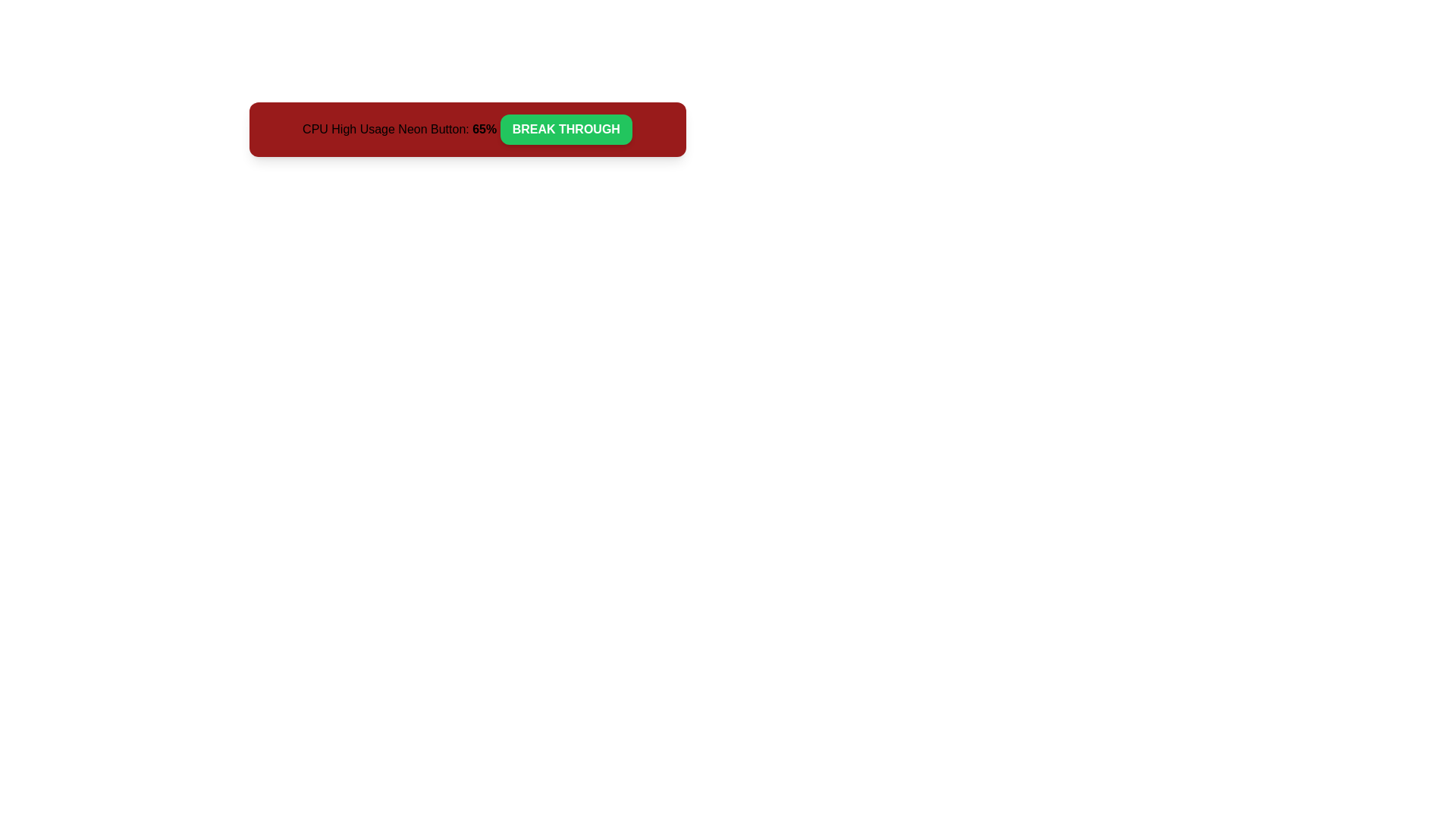 The height and width of the screenshot is (819, 1456). Describe the element at coordinates (565, 128) in the screenshot. I see `the 'BREAK THROUGH' button to toggle the mute state` at that location.